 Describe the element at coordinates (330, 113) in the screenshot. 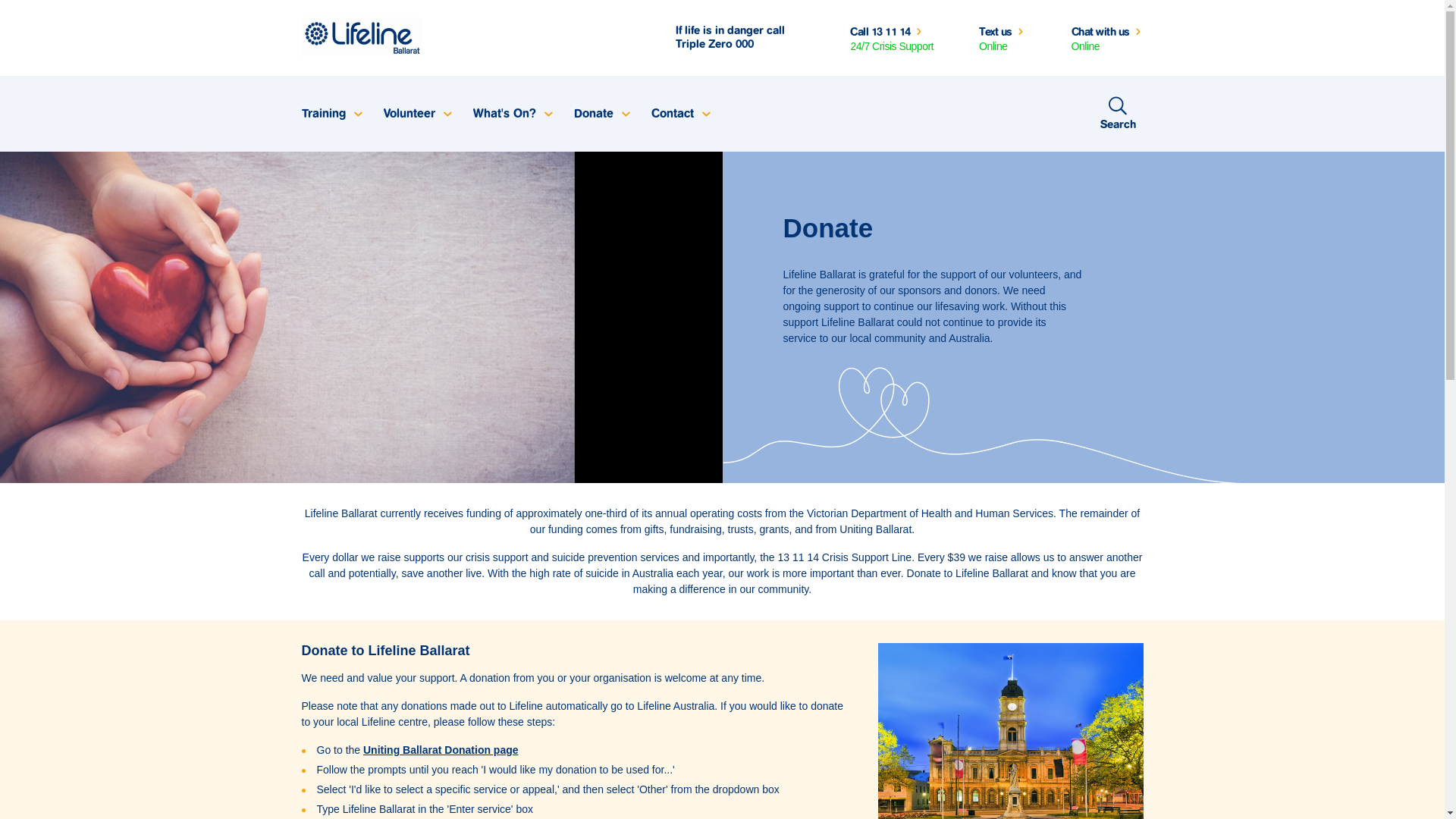

I see `'Training'` at that location.